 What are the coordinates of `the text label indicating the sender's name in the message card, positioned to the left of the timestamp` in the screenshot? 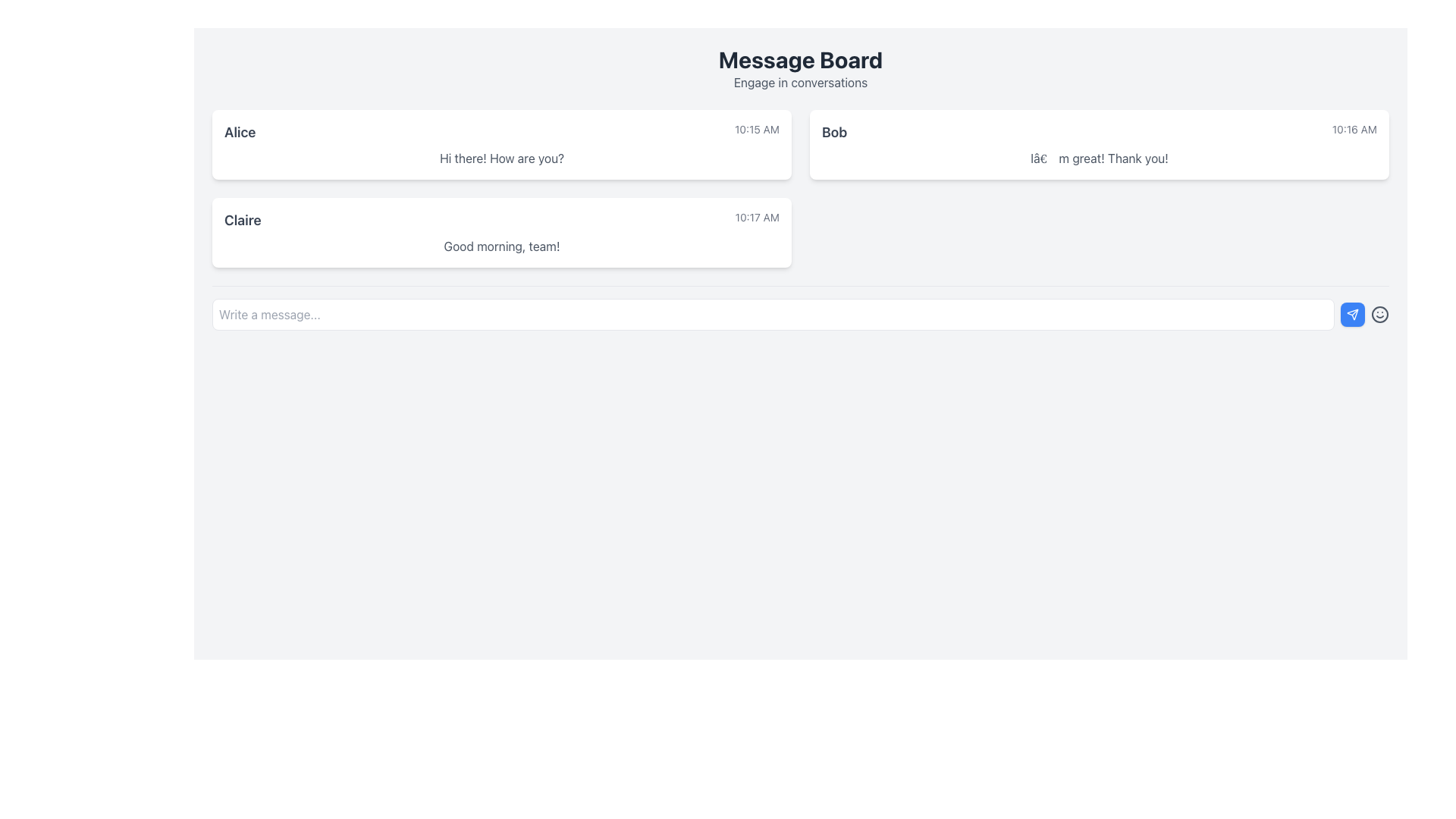 It's located at (833, 131).